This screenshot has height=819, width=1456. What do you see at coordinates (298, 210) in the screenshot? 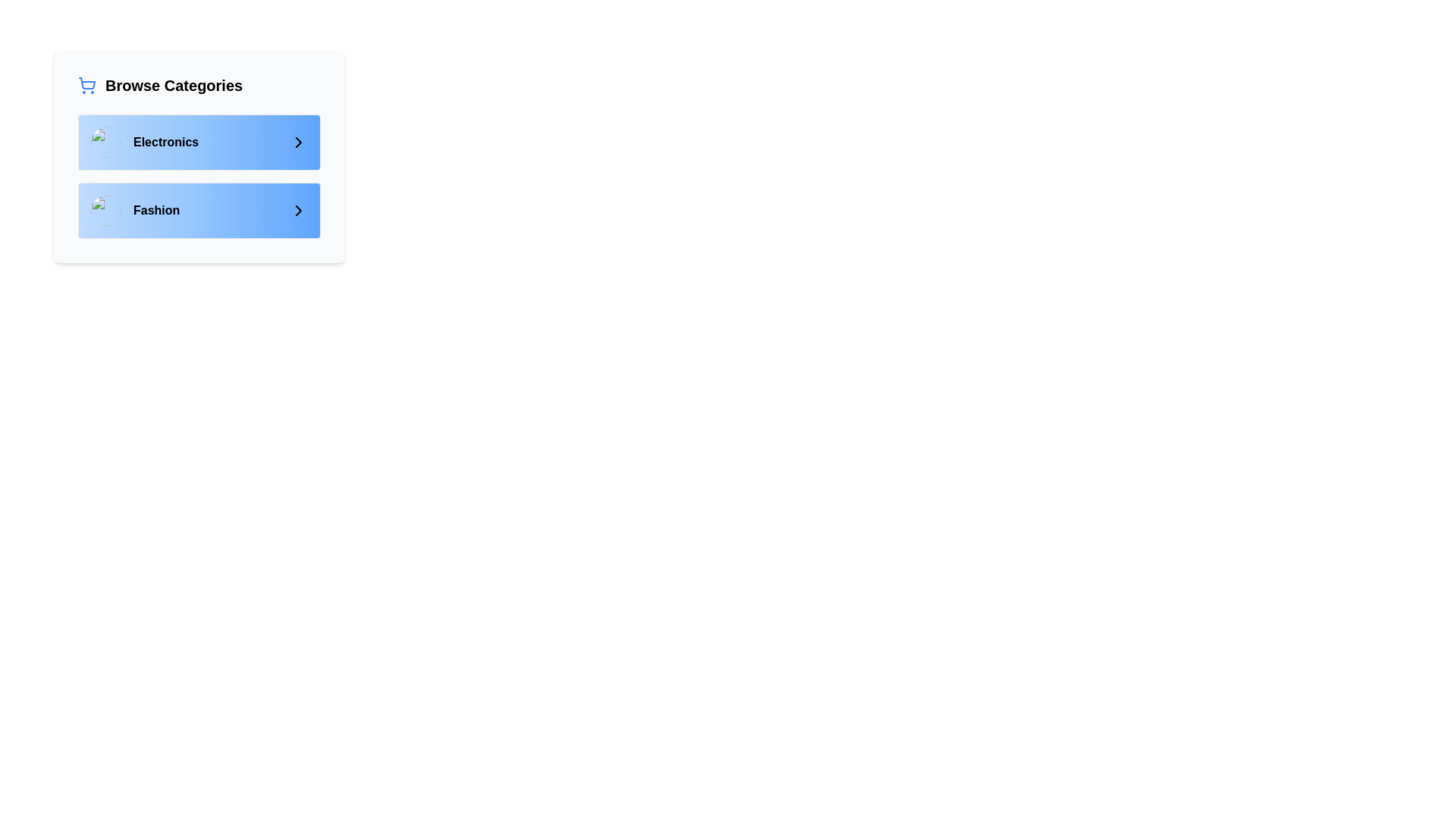
I see `the chevron icon` at bounding box center [298, 210].